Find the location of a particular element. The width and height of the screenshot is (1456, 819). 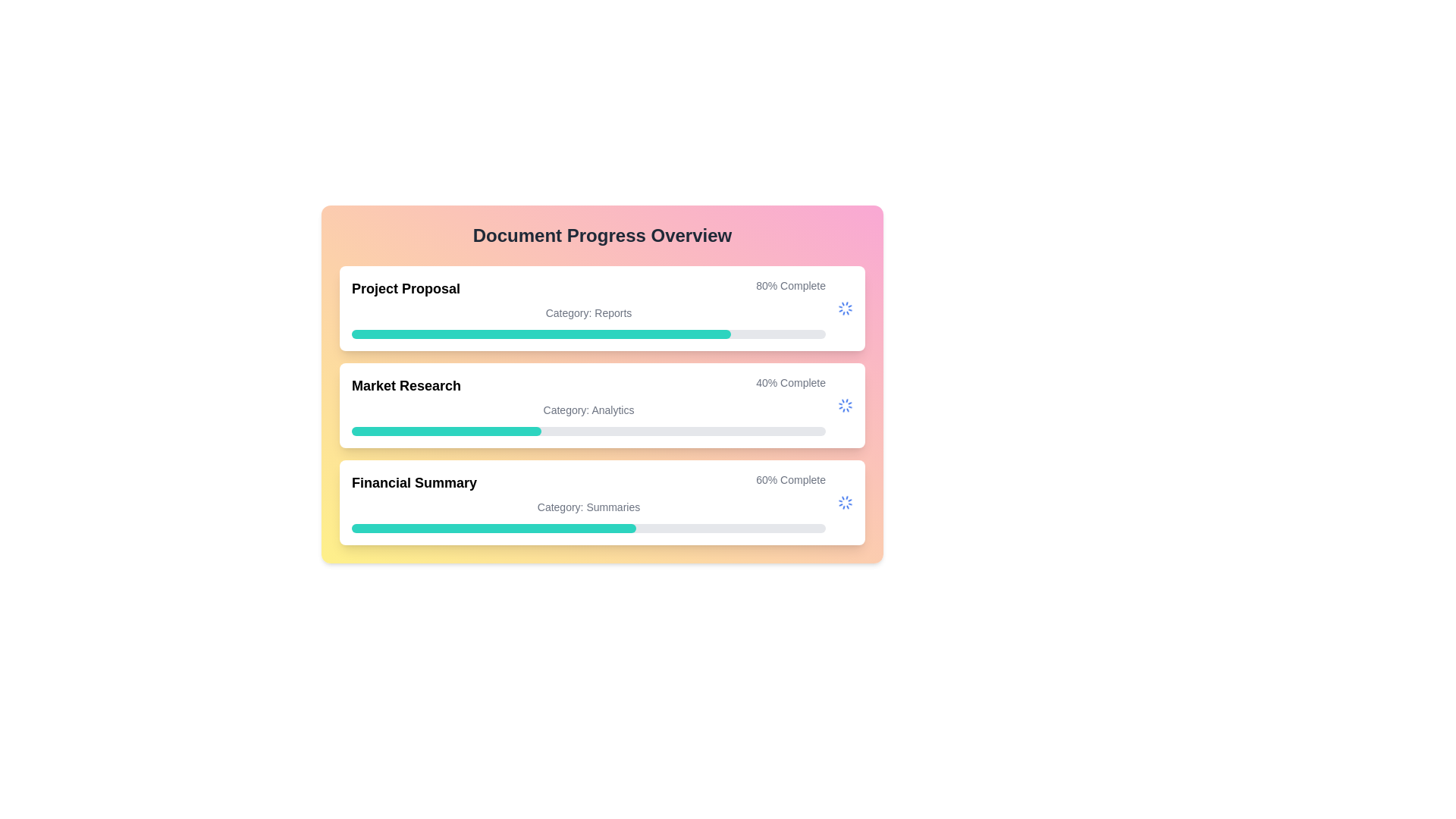

the text label displaying 'Category: Reports' located in the 'Project Proposal' section beneath the progress bar is located at coordinates (588, 312).